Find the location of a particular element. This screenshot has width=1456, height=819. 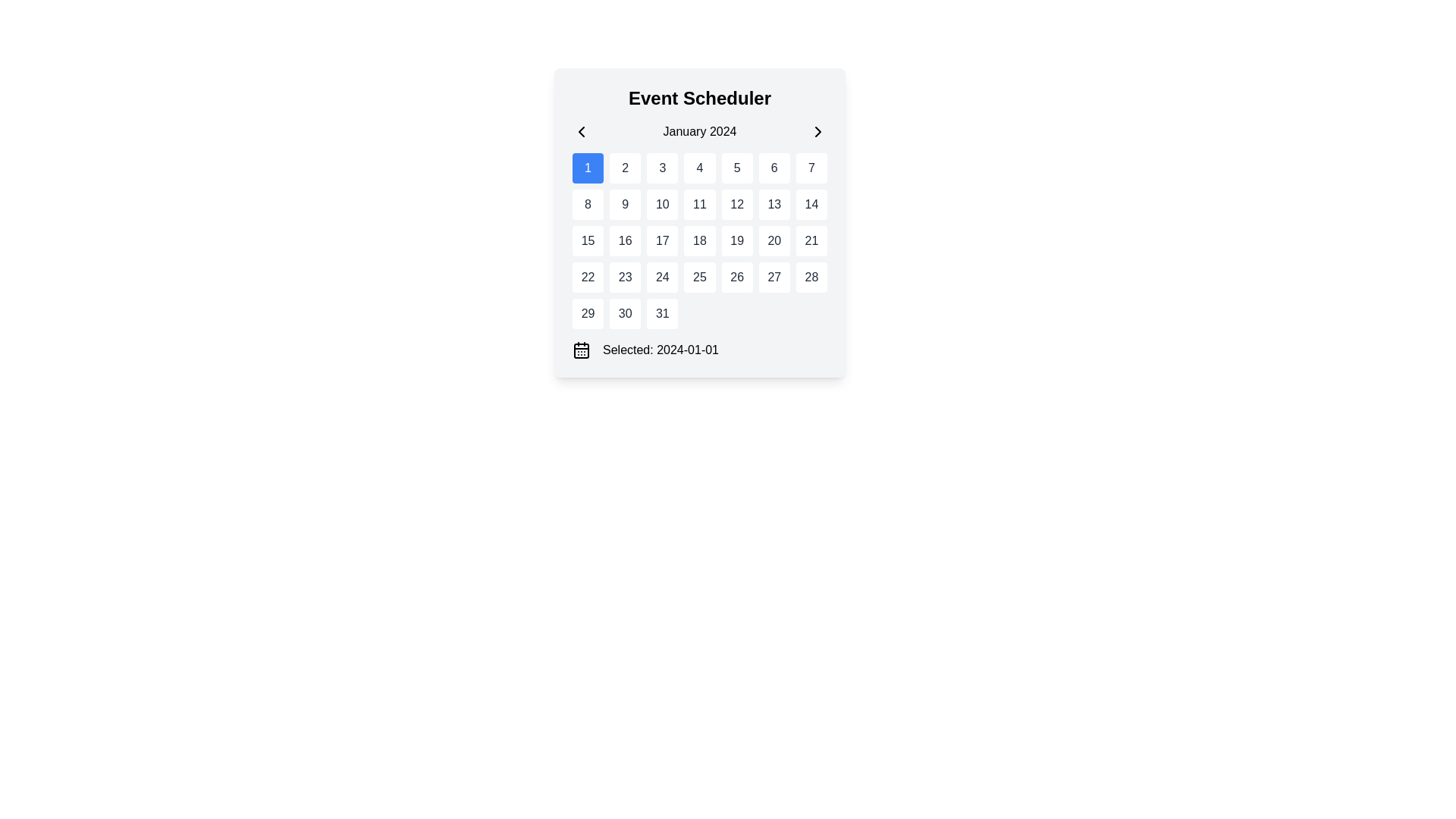

the Text label displaying 'Selected: 2024-01-01' with a calendar icon, located at the bottom of the 'Event Scheduler' widget is located at coordinates (698, 350).